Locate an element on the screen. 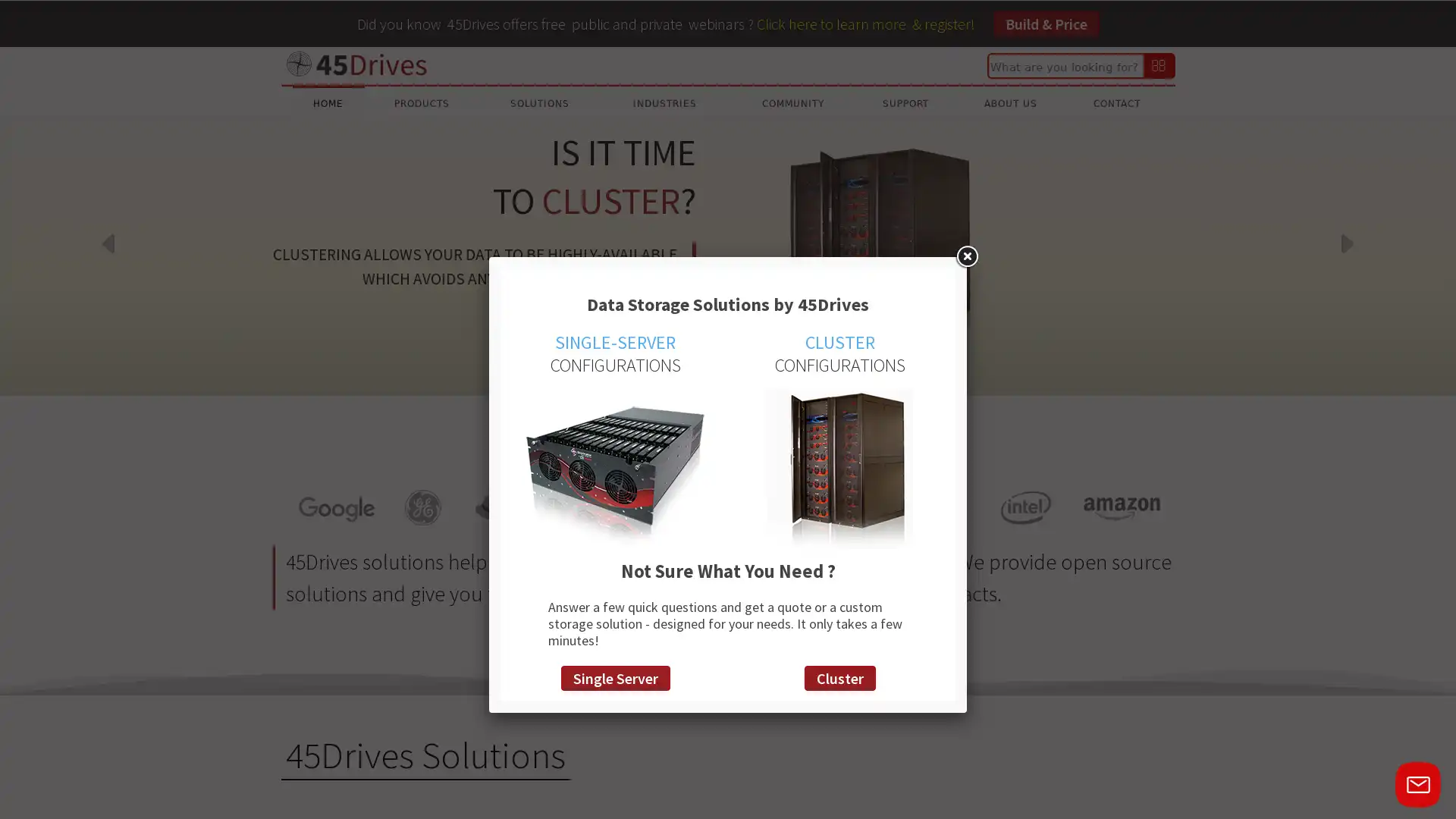  IS IT TIME TO CLUSTER is located at coordinates (659, 375).